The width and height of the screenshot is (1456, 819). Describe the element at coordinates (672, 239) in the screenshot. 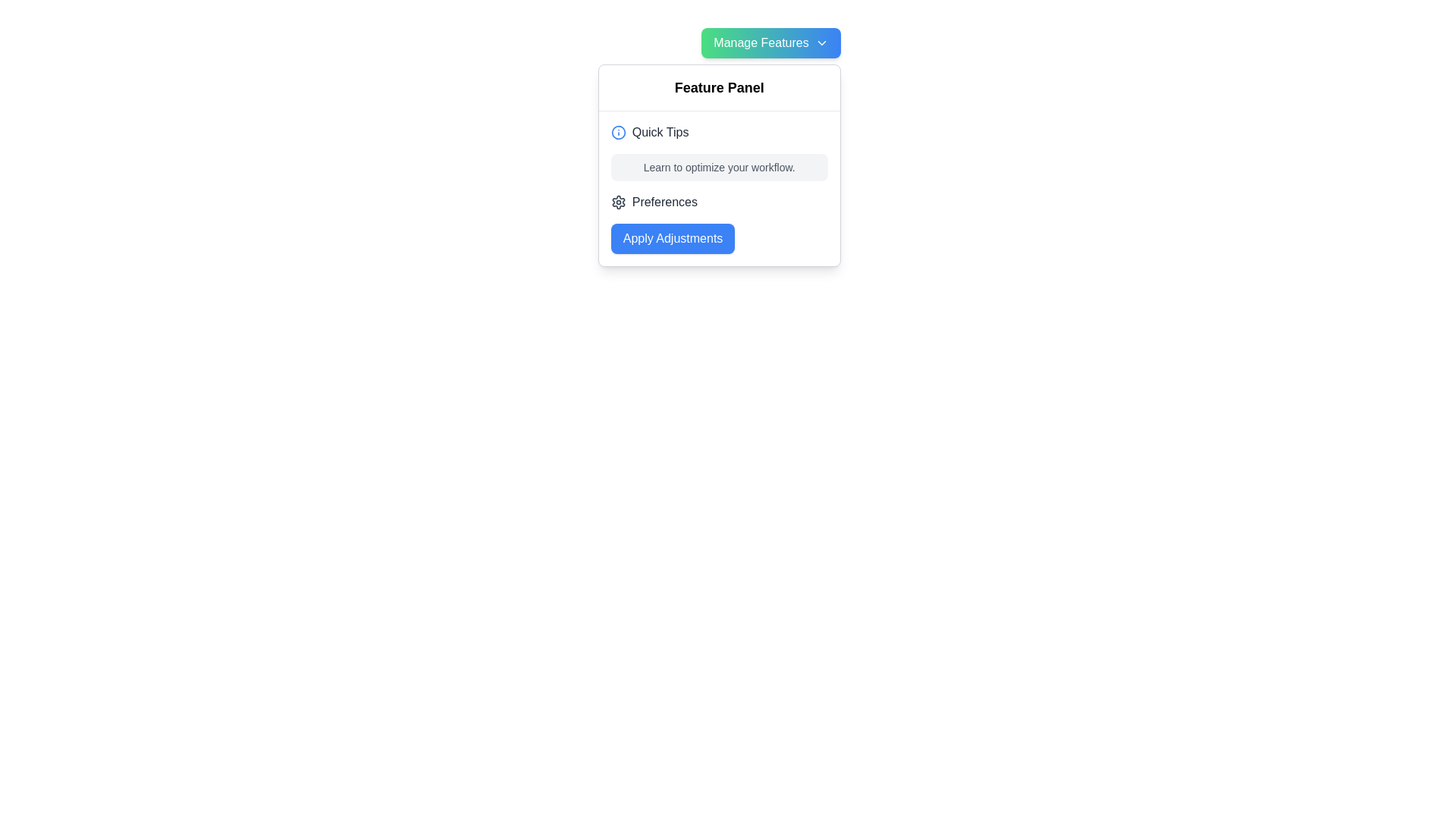

I see `the rectangular button labeled 'Apply Adjustments' with a blue background` at that location.